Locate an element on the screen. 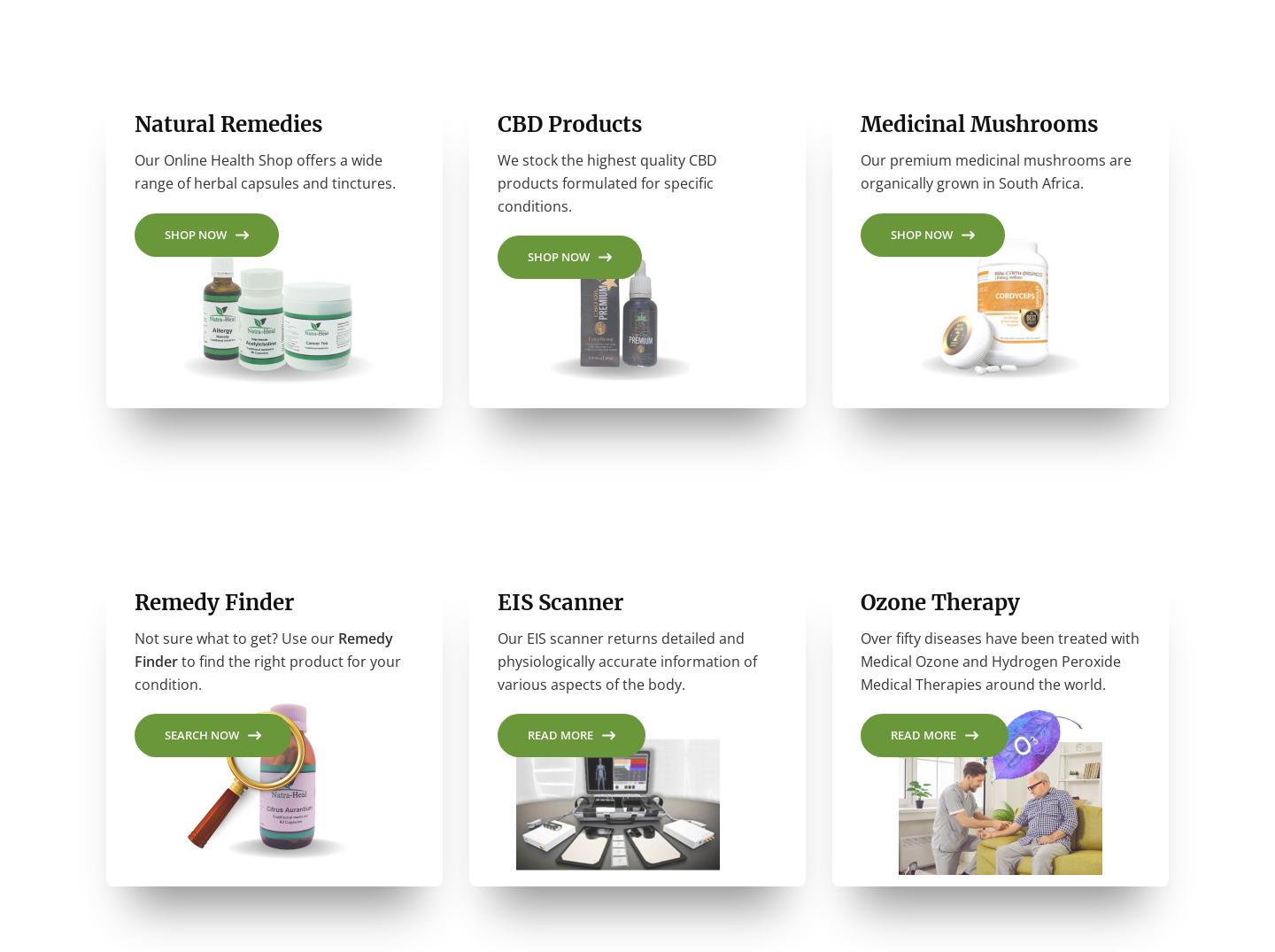 The image size is (1275, 952). 'Natural Remedies' is located at coordinates (134, 131).